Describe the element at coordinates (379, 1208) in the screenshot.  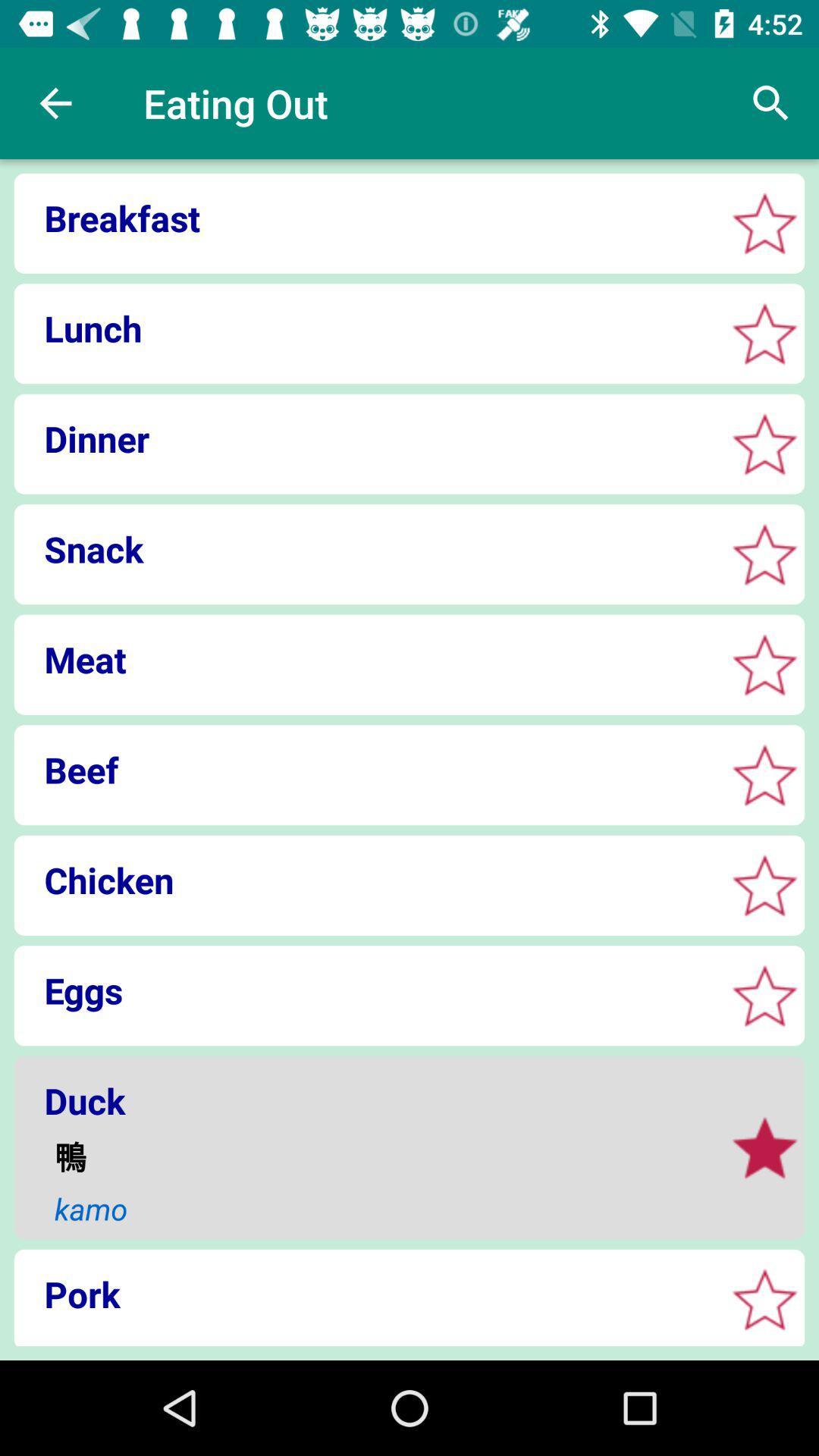
I see `the kamo item` at that location.